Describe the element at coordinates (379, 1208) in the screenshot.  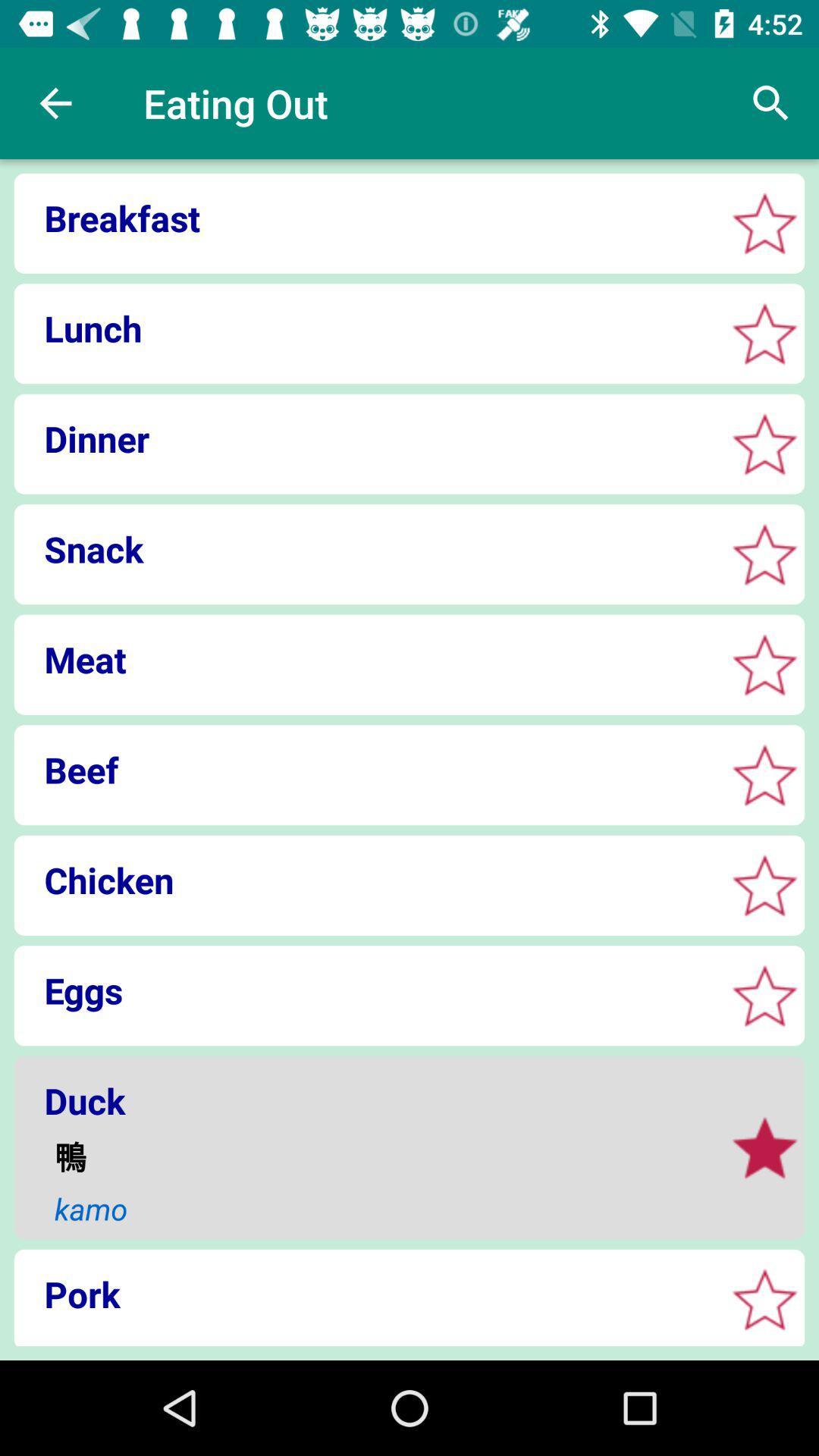
I see `the kamo item` at that location.